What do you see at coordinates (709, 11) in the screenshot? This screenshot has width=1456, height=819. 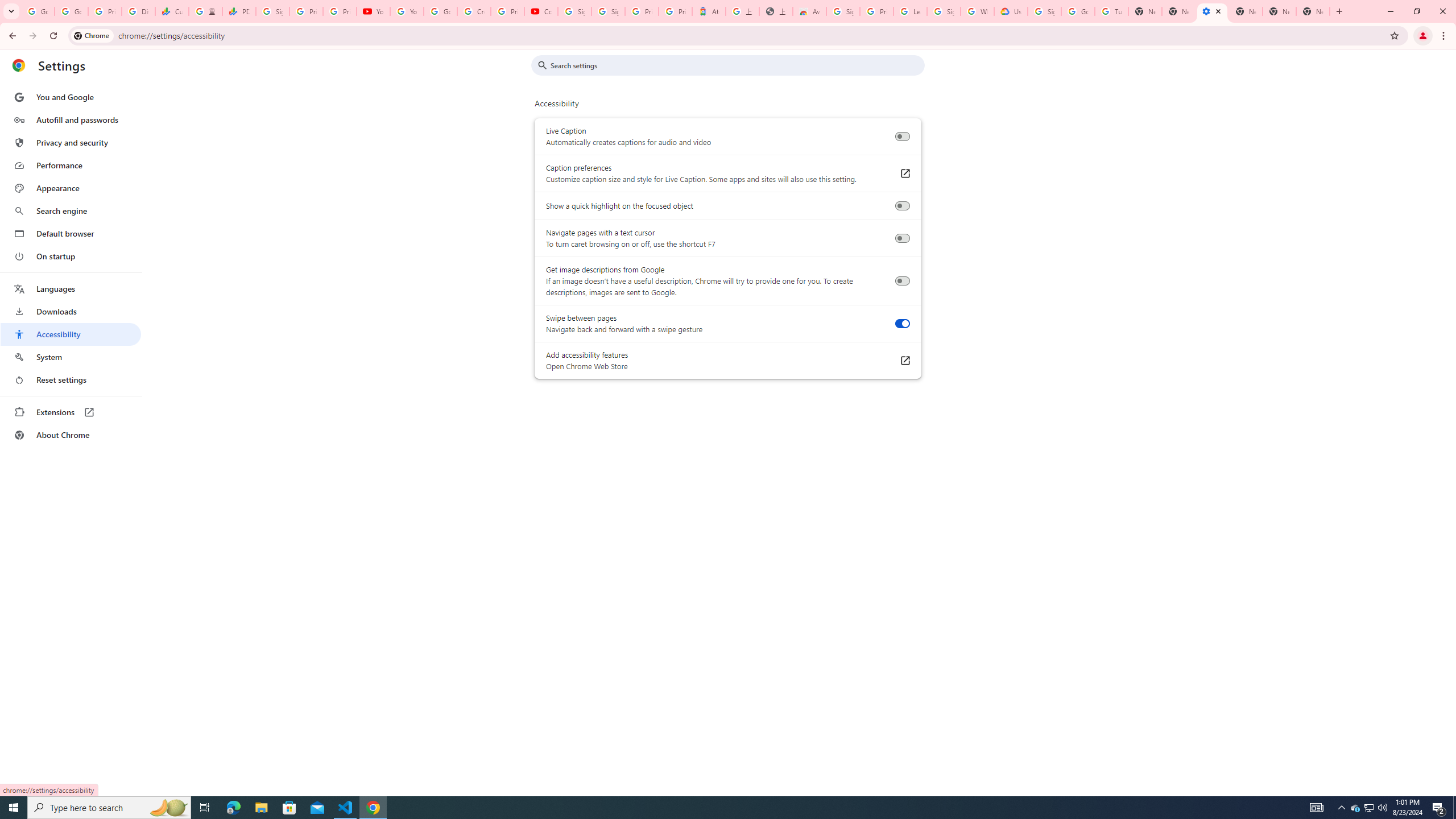 I see `'Atour Hotel - Google hotels'` at bounding box center [709, 11].